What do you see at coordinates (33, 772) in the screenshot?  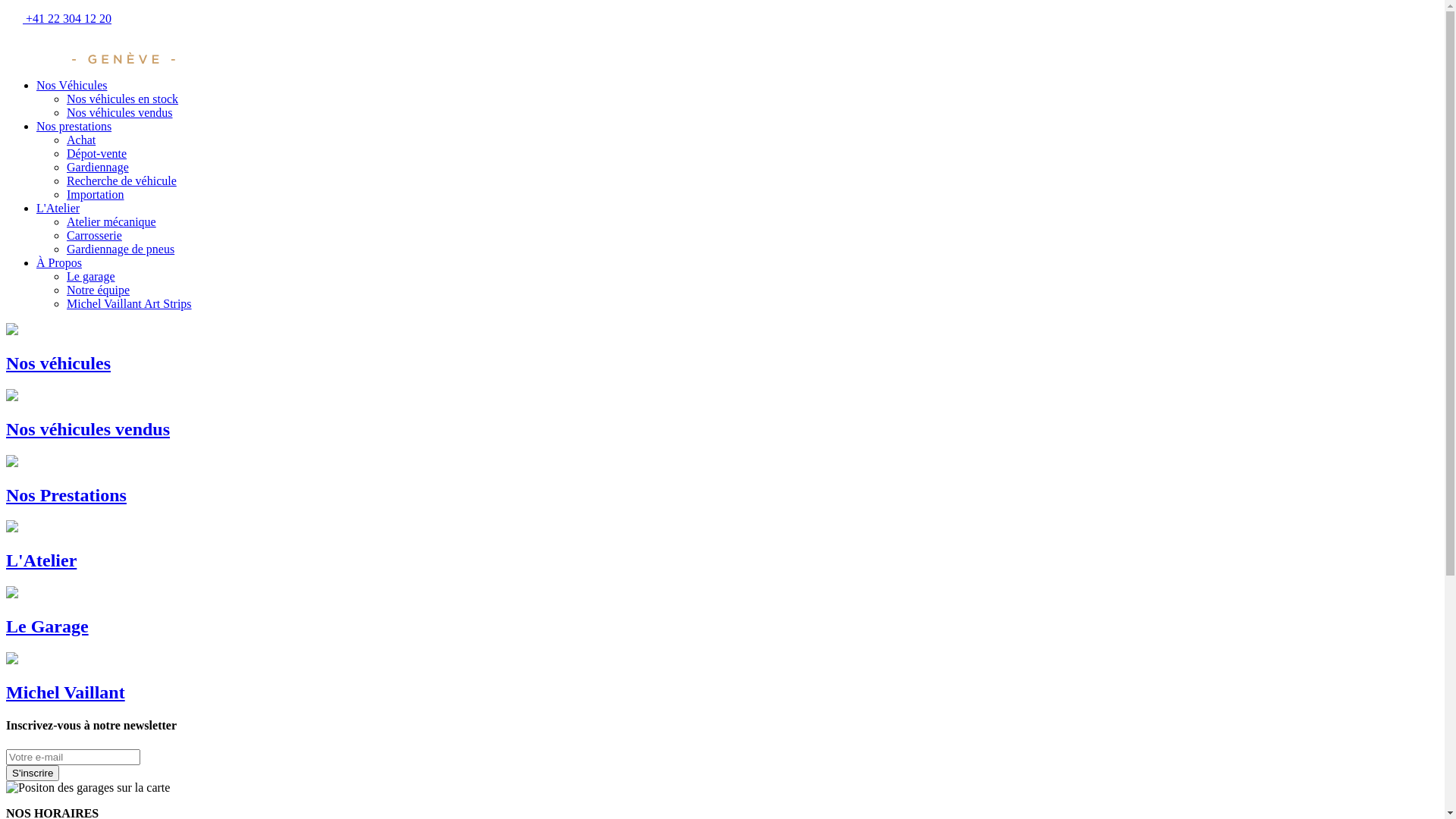 I see `'S'inscrire'` at bounding box center [33, 772].